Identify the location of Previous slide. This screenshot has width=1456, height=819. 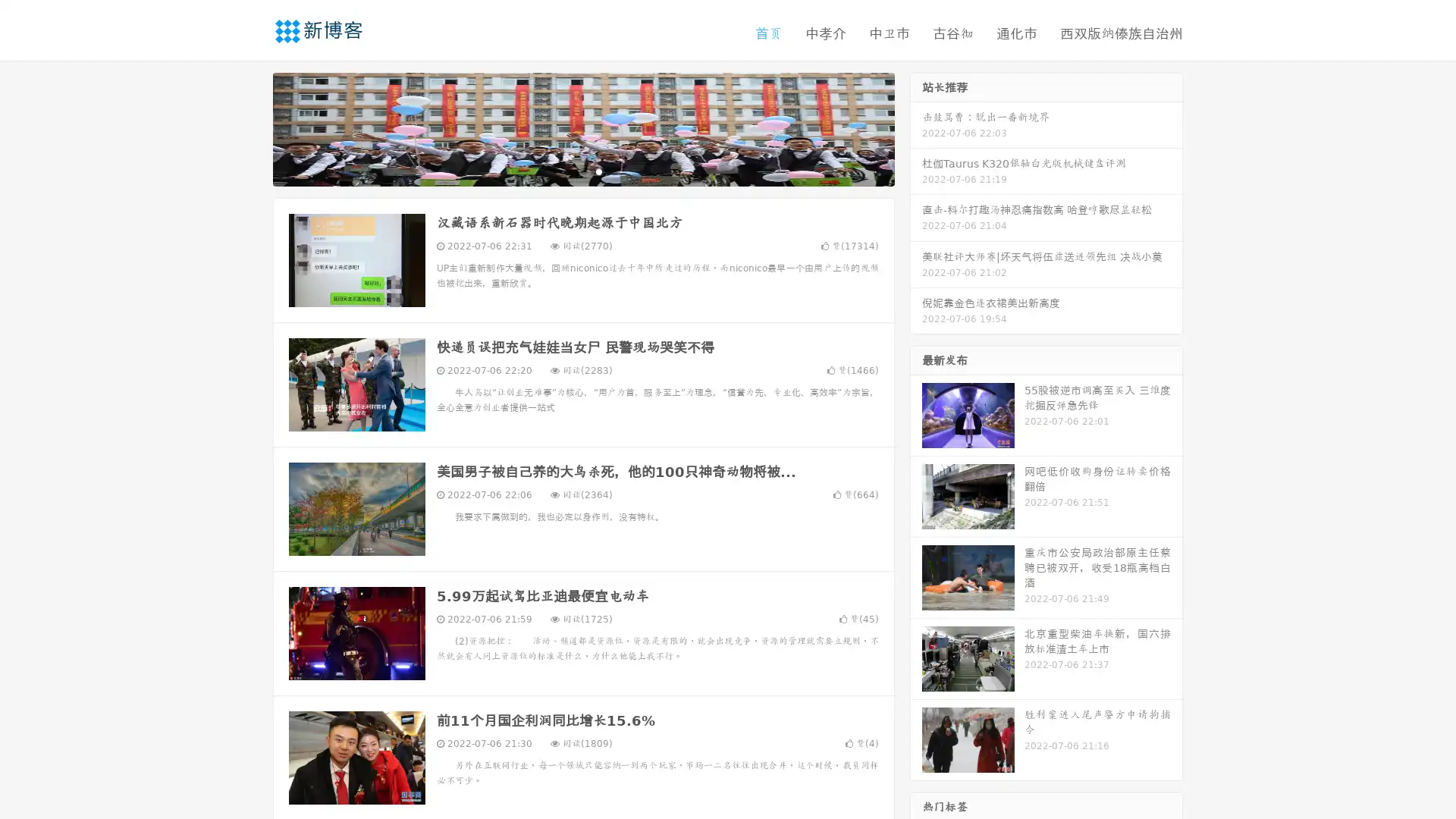
(250, 127).